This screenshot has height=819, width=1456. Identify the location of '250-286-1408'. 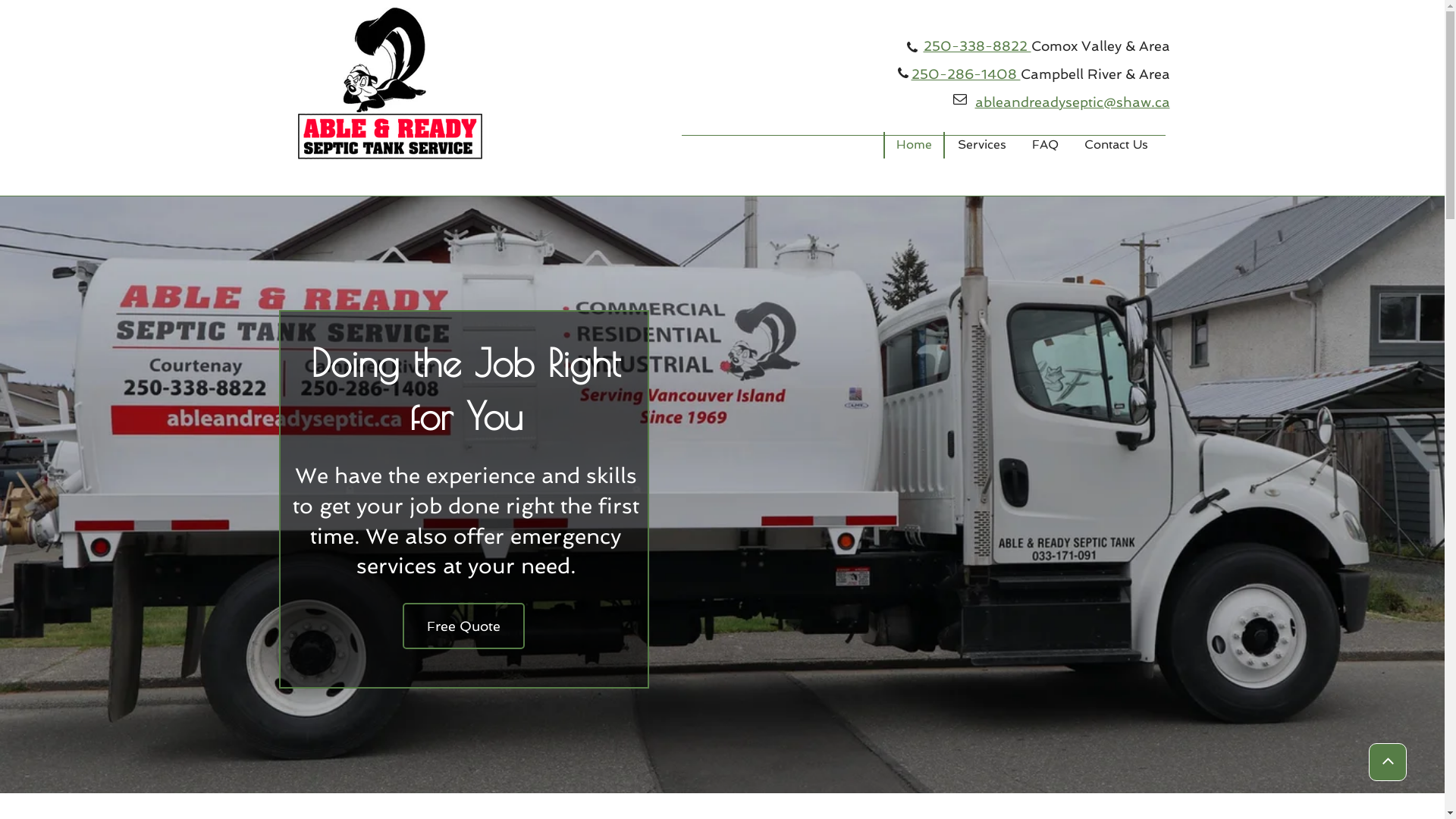
(910, 74).